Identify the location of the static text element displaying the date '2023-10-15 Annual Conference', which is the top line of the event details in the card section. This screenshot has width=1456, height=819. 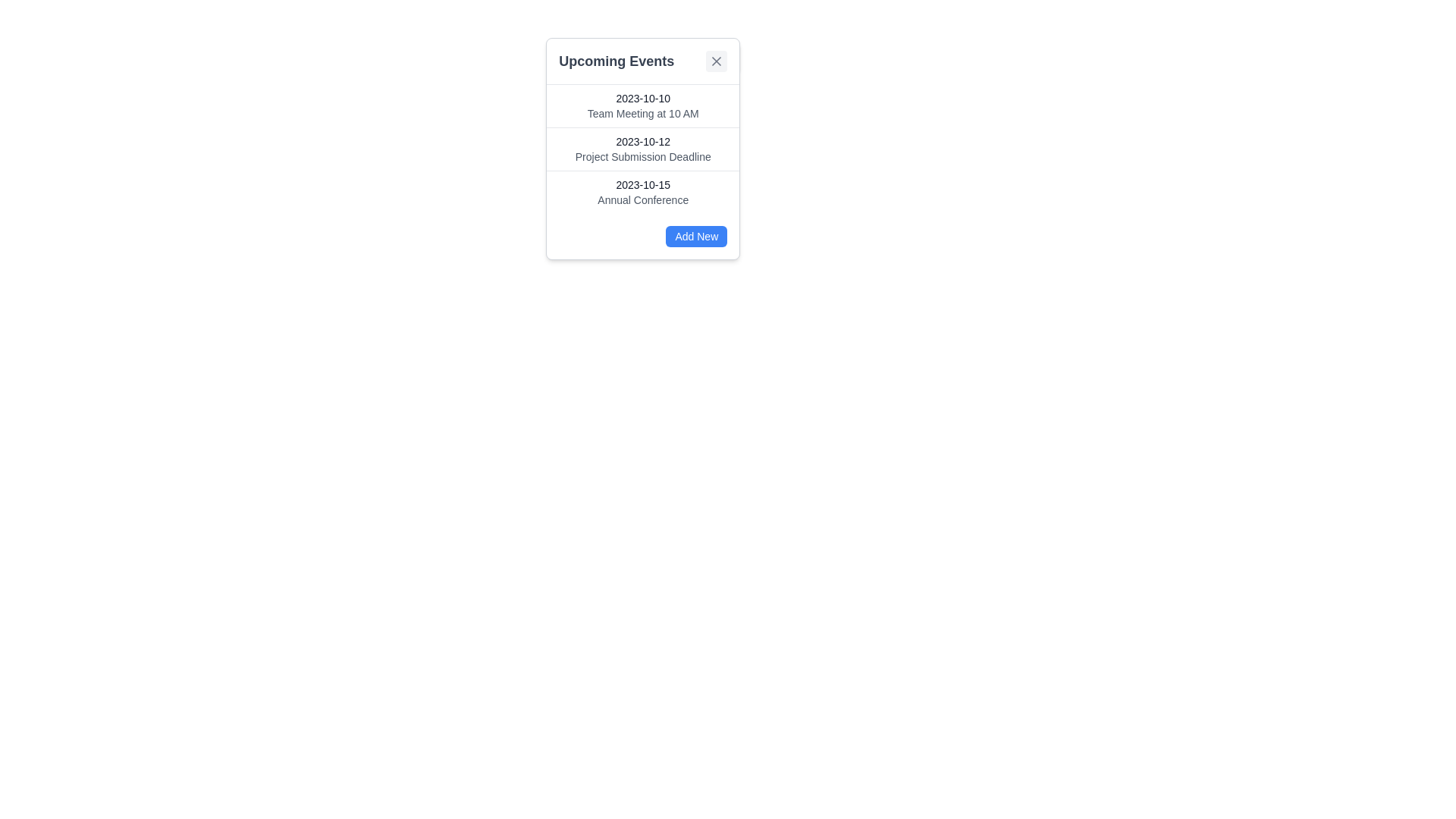
(643, 184).